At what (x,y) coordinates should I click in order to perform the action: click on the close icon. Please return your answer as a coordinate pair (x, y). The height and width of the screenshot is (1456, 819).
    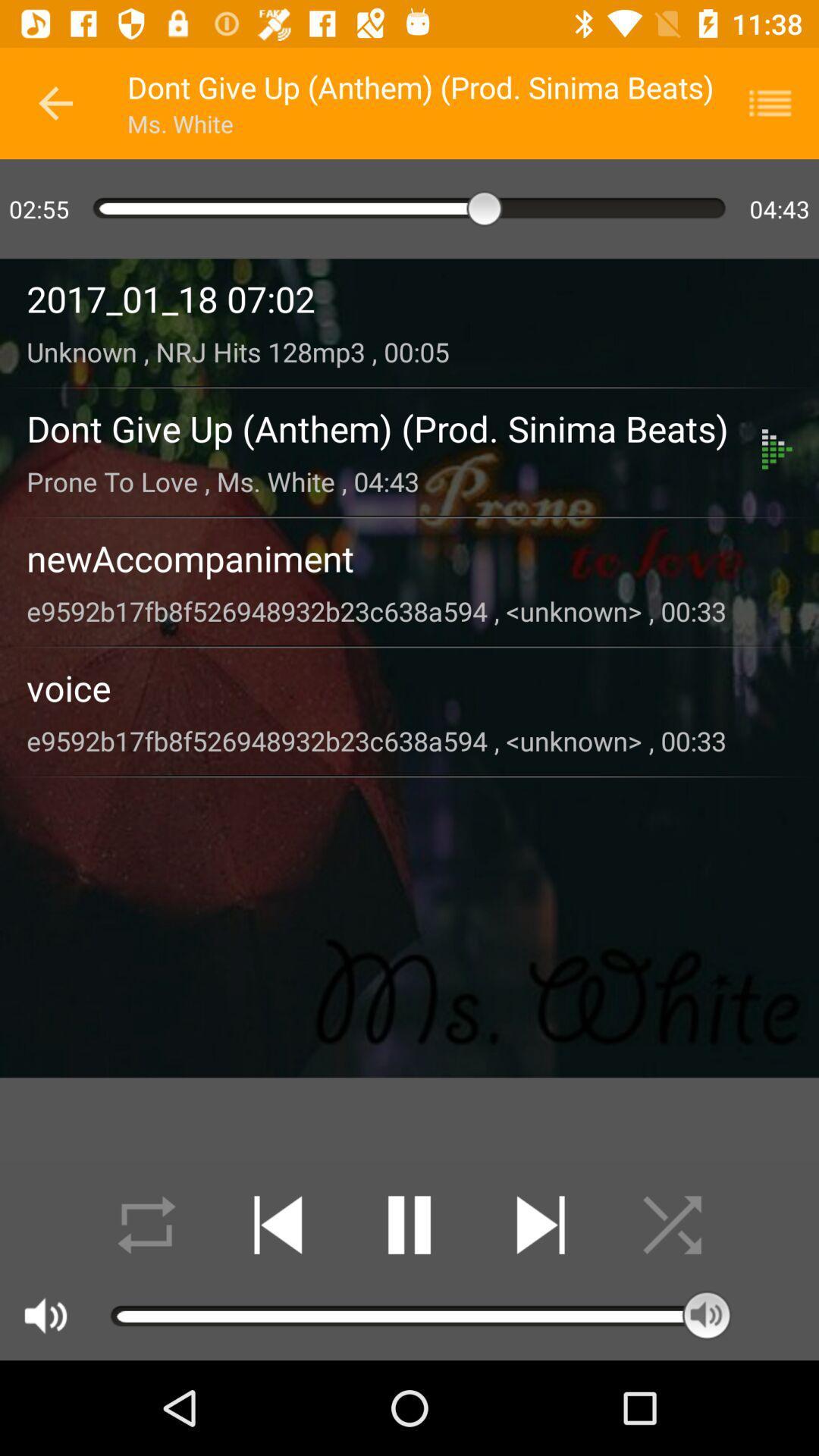
    Looking at the image, I should click on (671, 1225).